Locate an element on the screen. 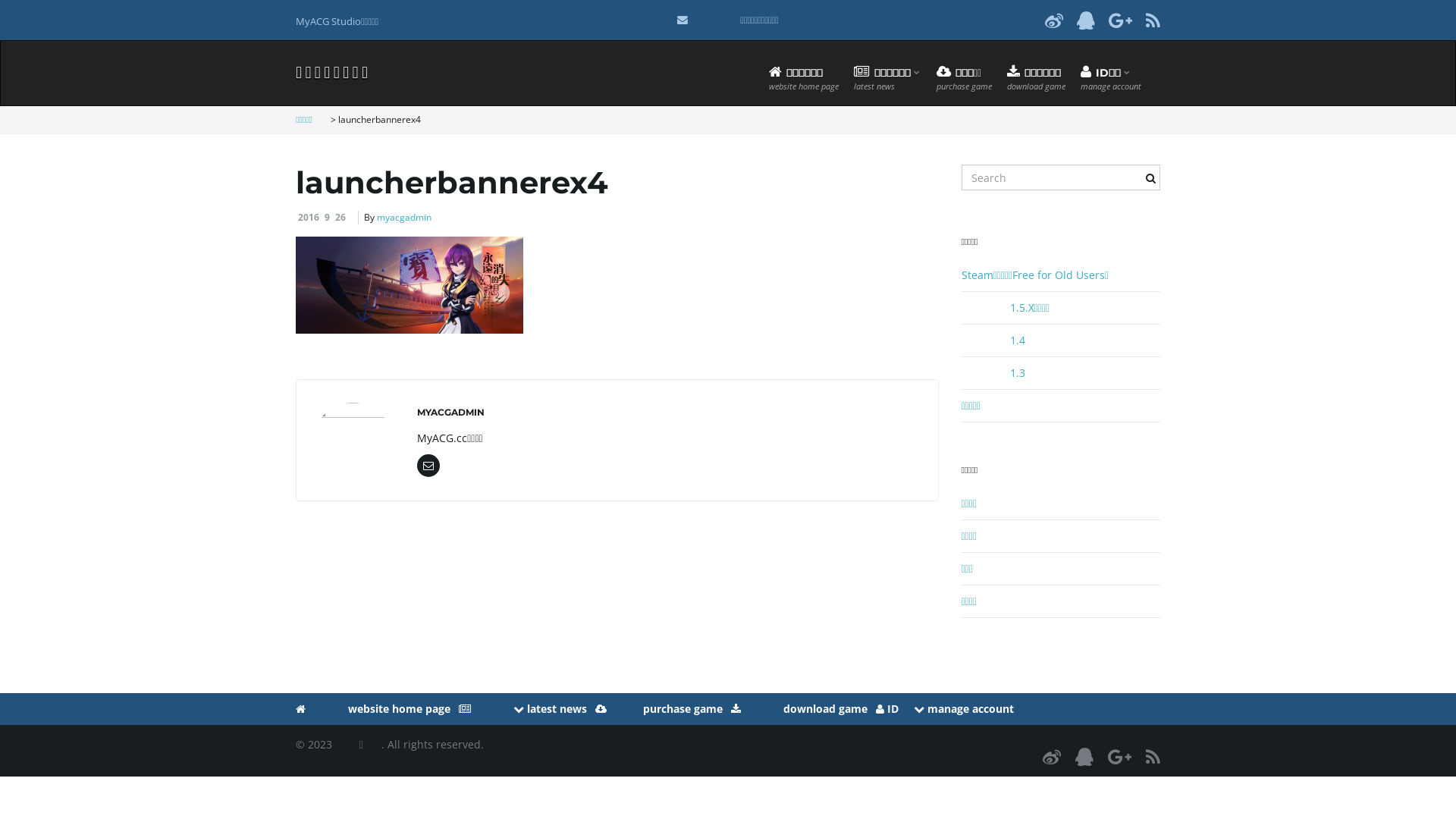 The width and height of the screenshot is (1456, 819). 'Google Plus' is located at coordinates (1119, 756).